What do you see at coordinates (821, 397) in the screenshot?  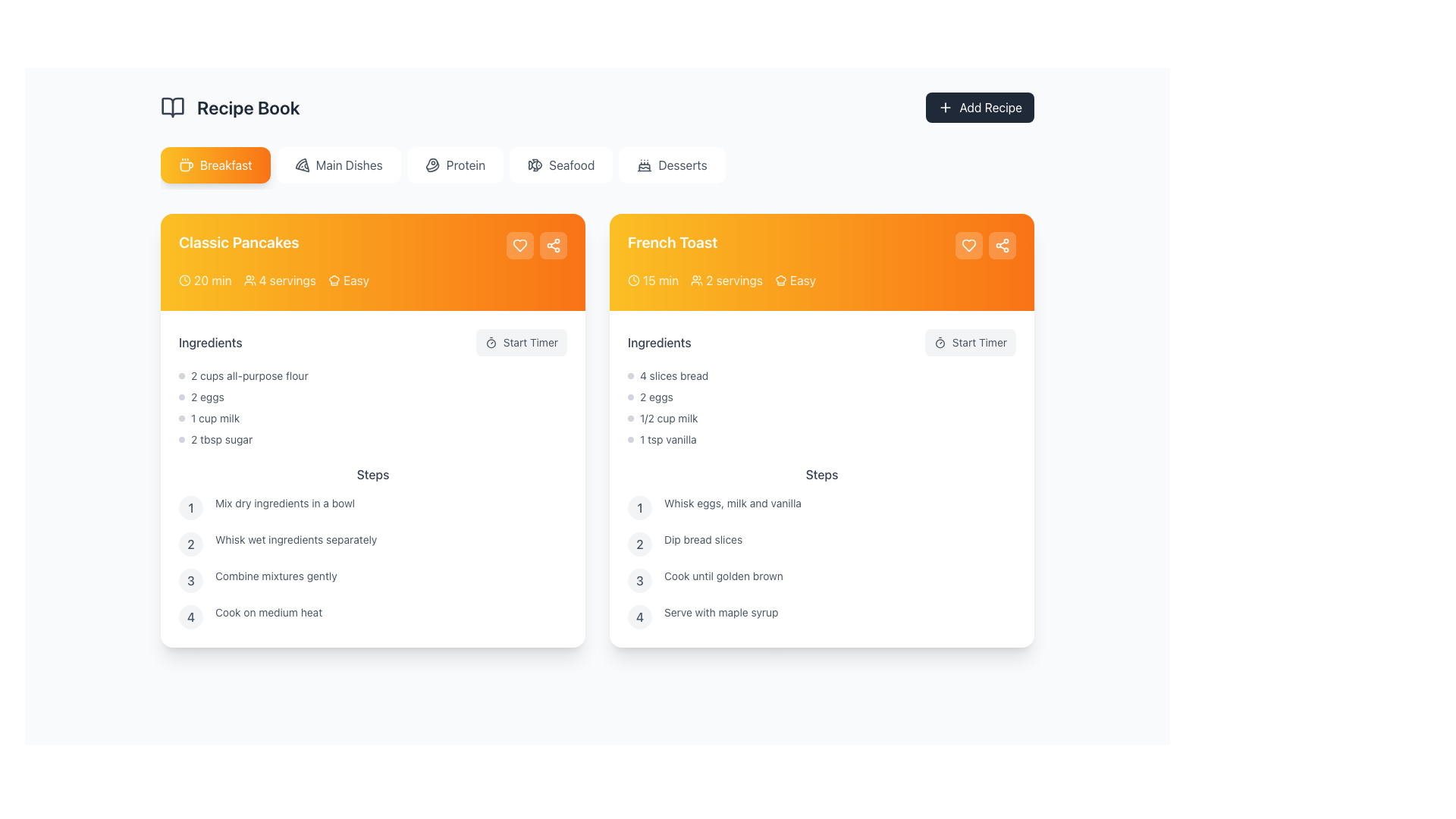 I see `the second item in the 'Ingredients' list of the 'French Toast' recipe card, which displays the quantity and type of ingredient required for the recipe` at bounding box center [821, 397].